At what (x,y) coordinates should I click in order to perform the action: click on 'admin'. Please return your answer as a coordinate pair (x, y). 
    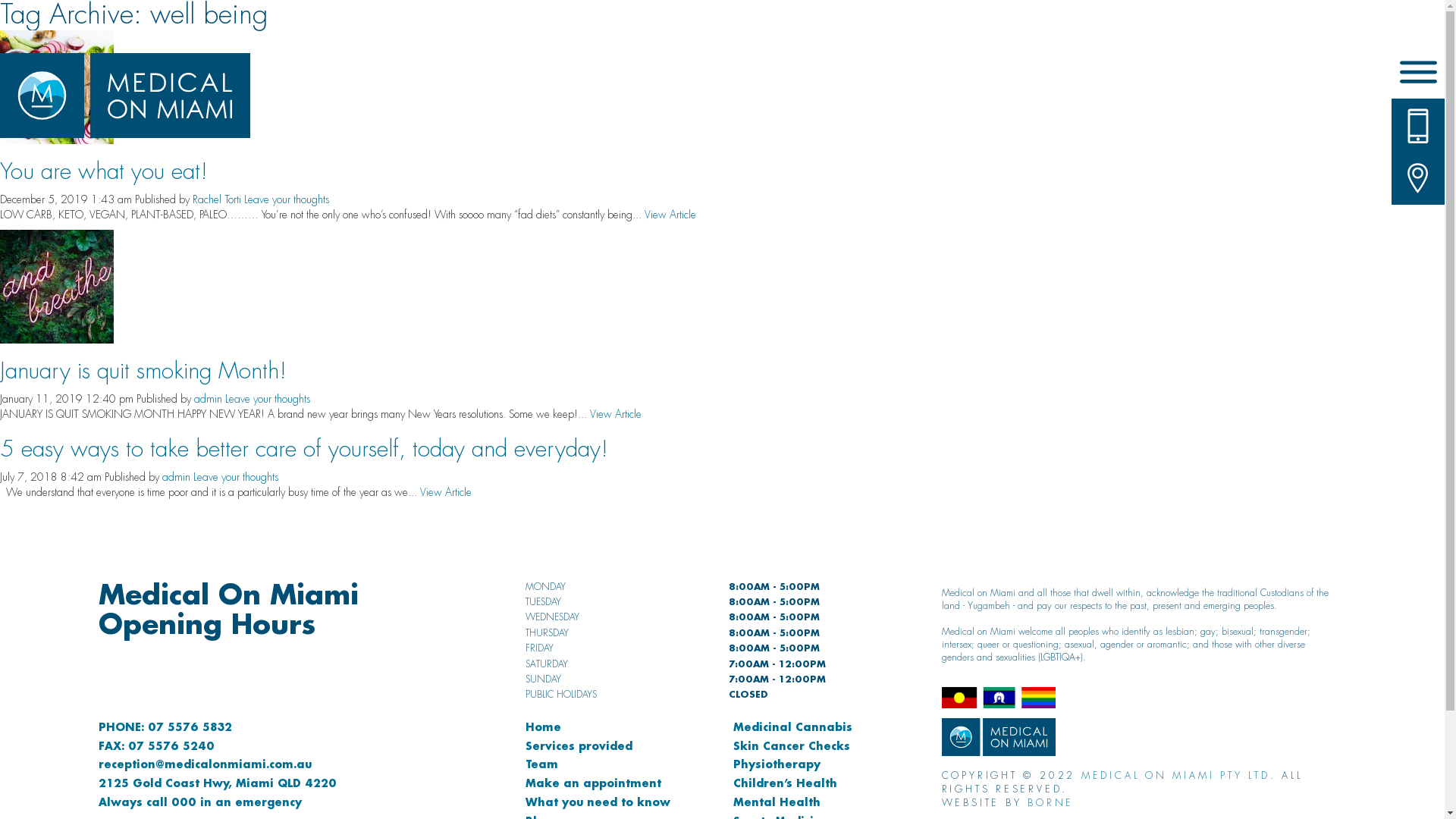
    Looking at the image, I should click on (207, 397).